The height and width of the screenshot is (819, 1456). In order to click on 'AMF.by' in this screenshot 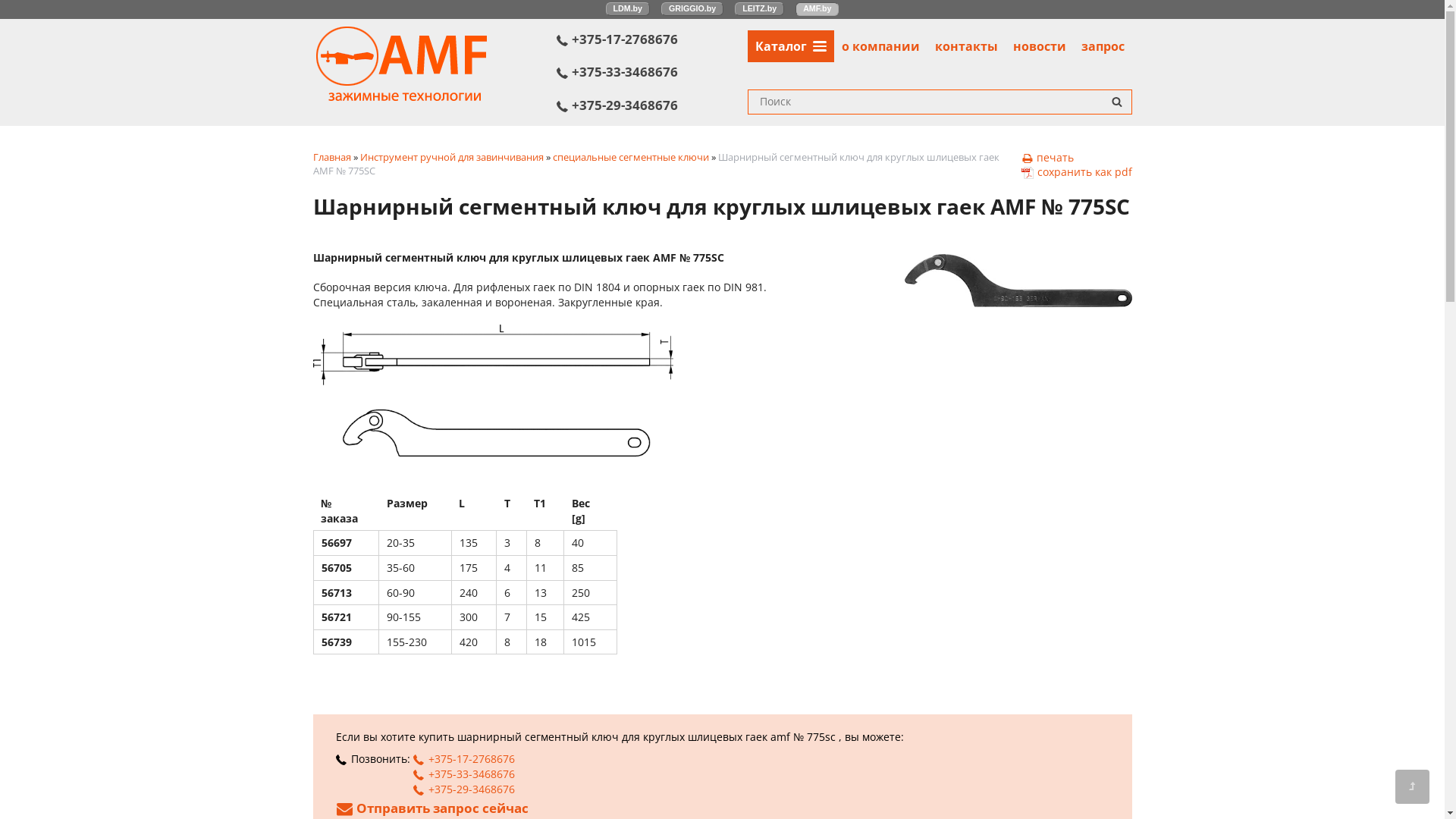, I will do `click(816, 8)`.